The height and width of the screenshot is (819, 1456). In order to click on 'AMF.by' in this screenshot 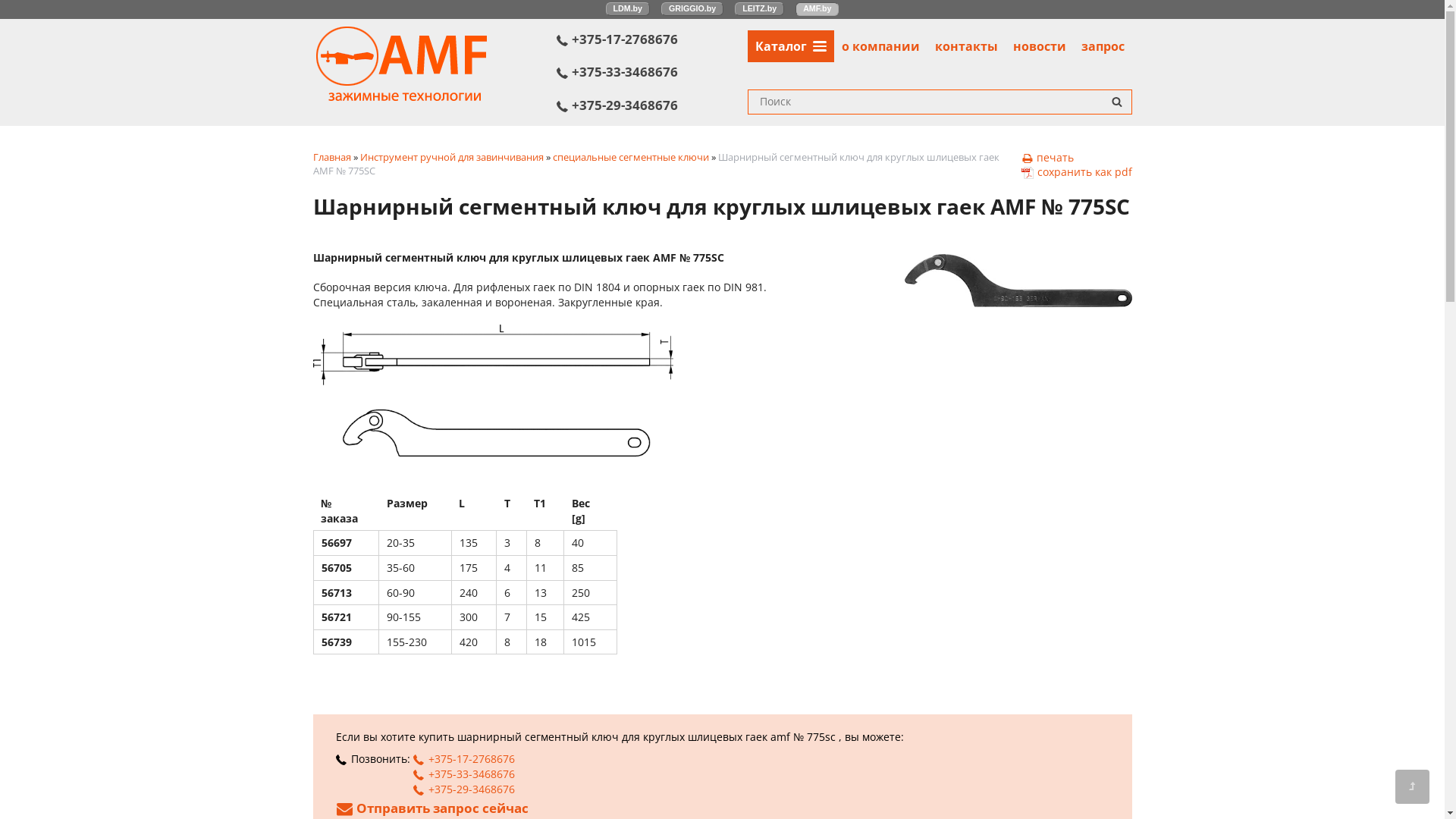, I will do `click(816, 8)`.